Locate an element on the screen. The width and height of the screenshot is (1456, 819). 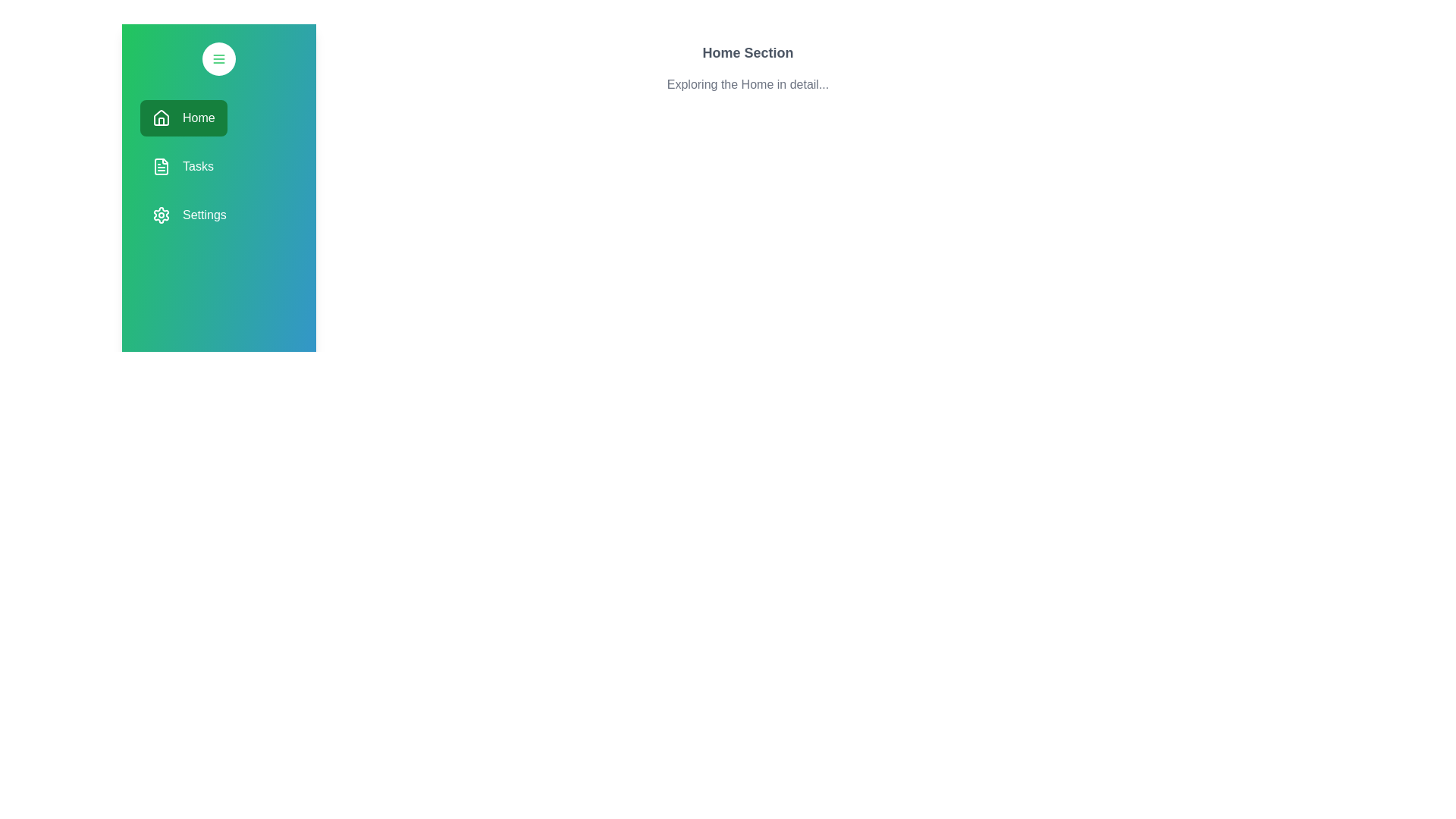
the Decorative icon representing the document shape in the Tasks navigation menu is located at coordinates (161, 166).